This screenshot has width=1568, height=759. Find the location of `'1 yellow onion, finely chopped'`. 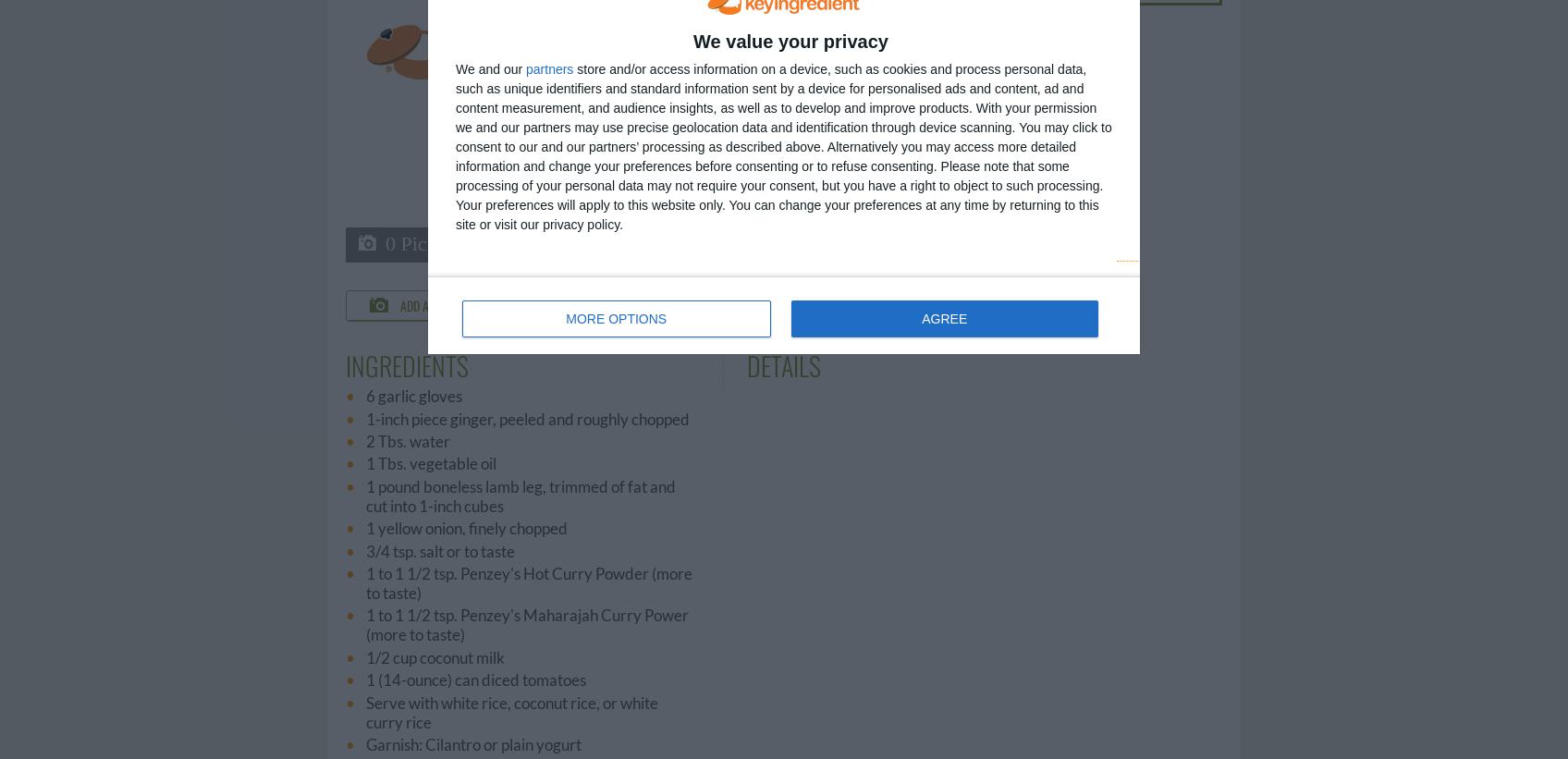

'1 yellow onion, finely chopped' is located at coordinates (365, 527).